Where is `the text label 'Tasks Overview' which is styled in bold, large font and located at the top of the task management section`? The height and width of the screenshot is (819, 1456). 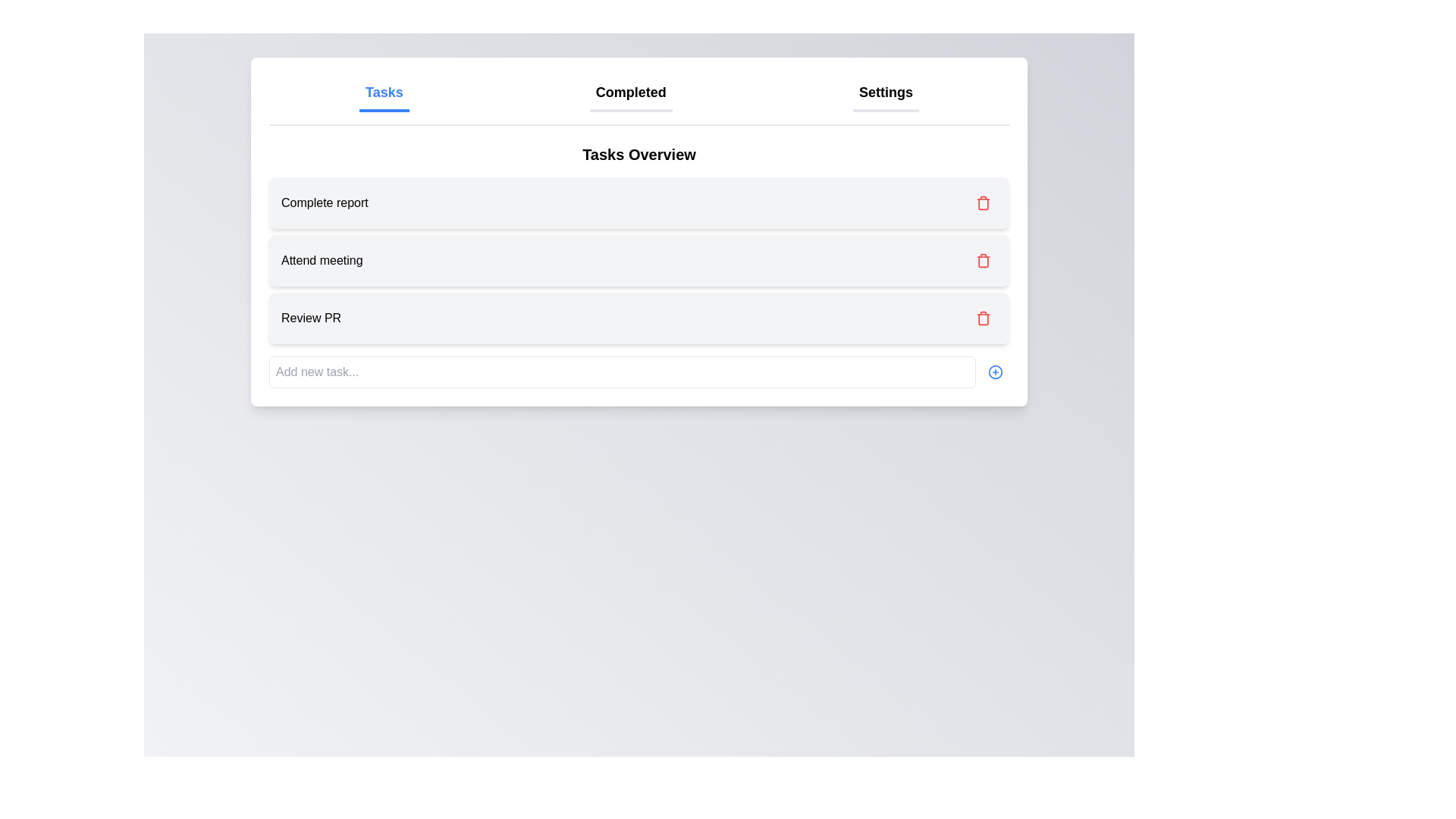
the text label 'Tasks Overview' which is styled in bold, large font and located at the top of the task management section is located at coordinates (639, 155).